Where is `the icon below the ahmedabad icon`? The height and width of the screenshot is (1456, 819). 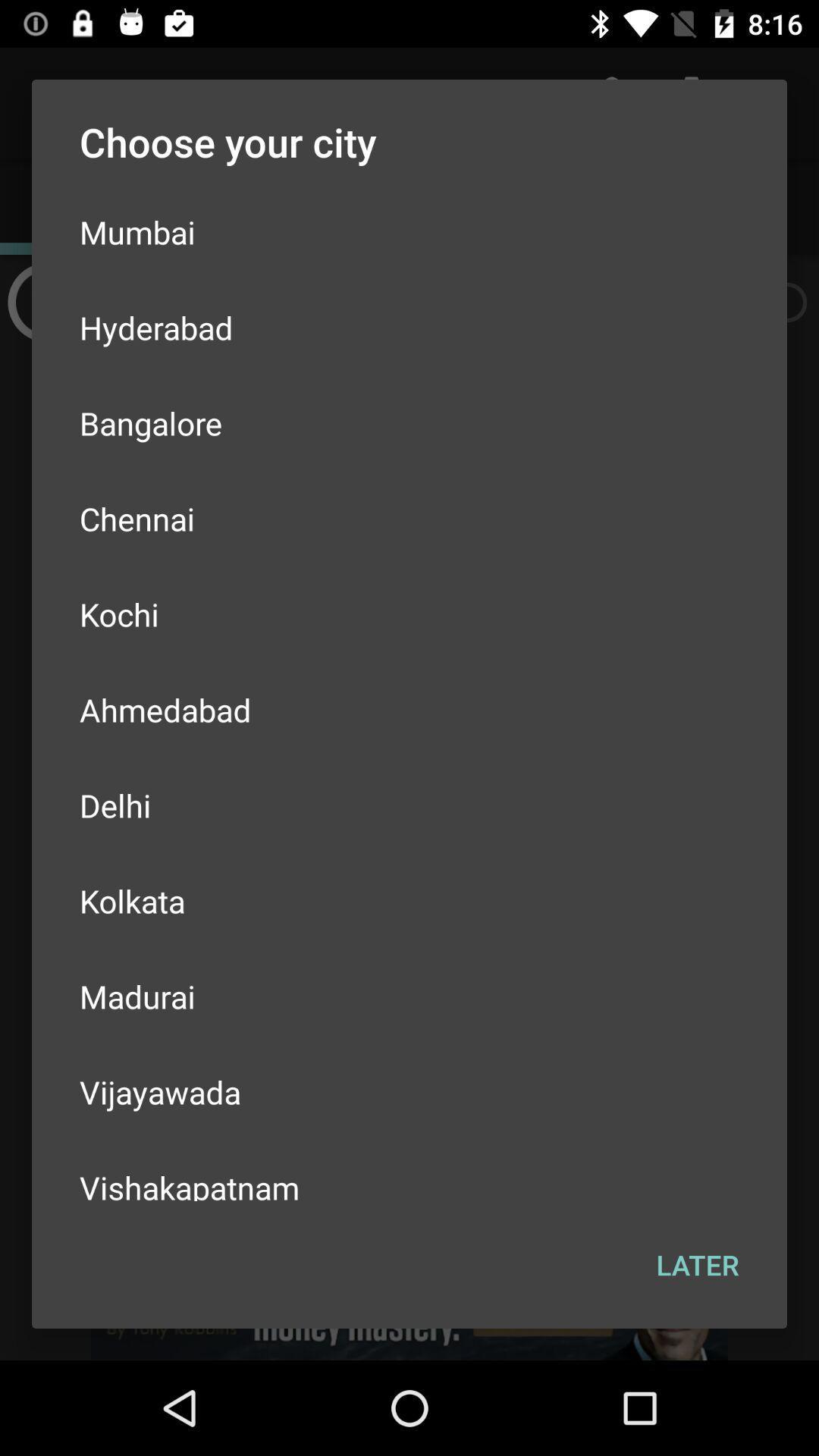 the icon below the ahmedabad icon is located at coordinates (409, 804).